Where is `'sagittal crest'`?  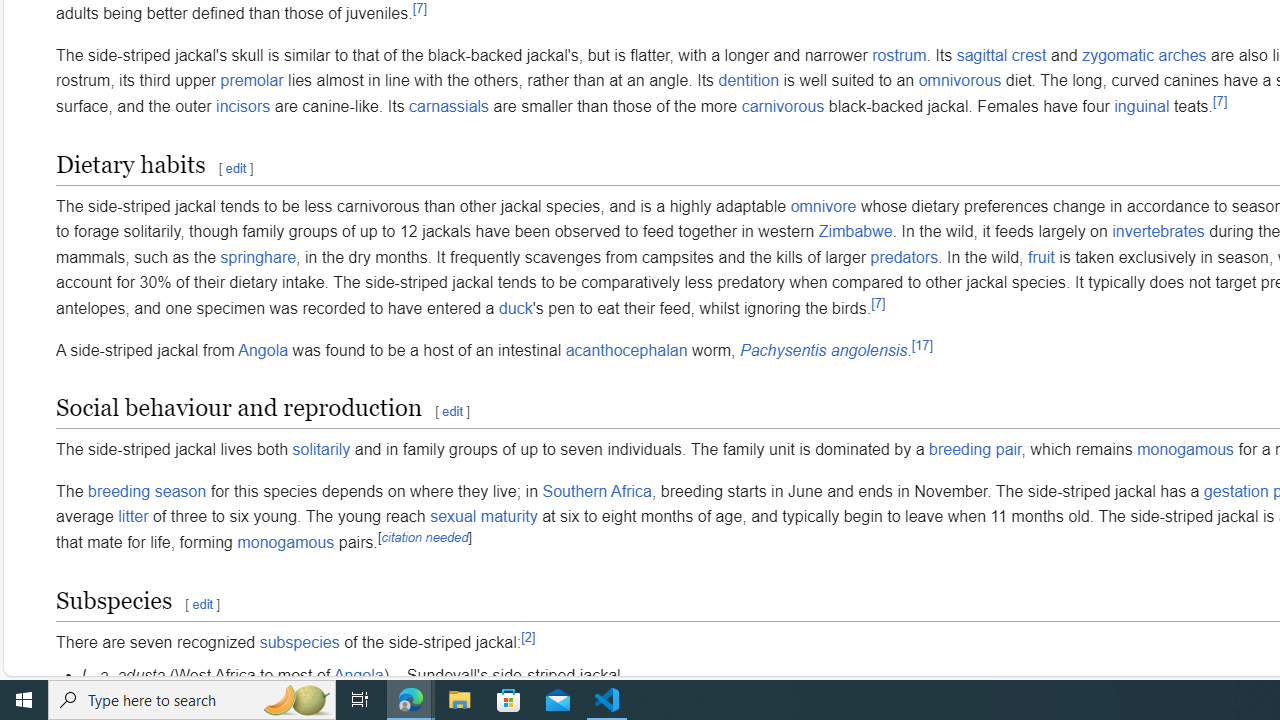 'sagittal crest' is located at coordinates (1001, 54).